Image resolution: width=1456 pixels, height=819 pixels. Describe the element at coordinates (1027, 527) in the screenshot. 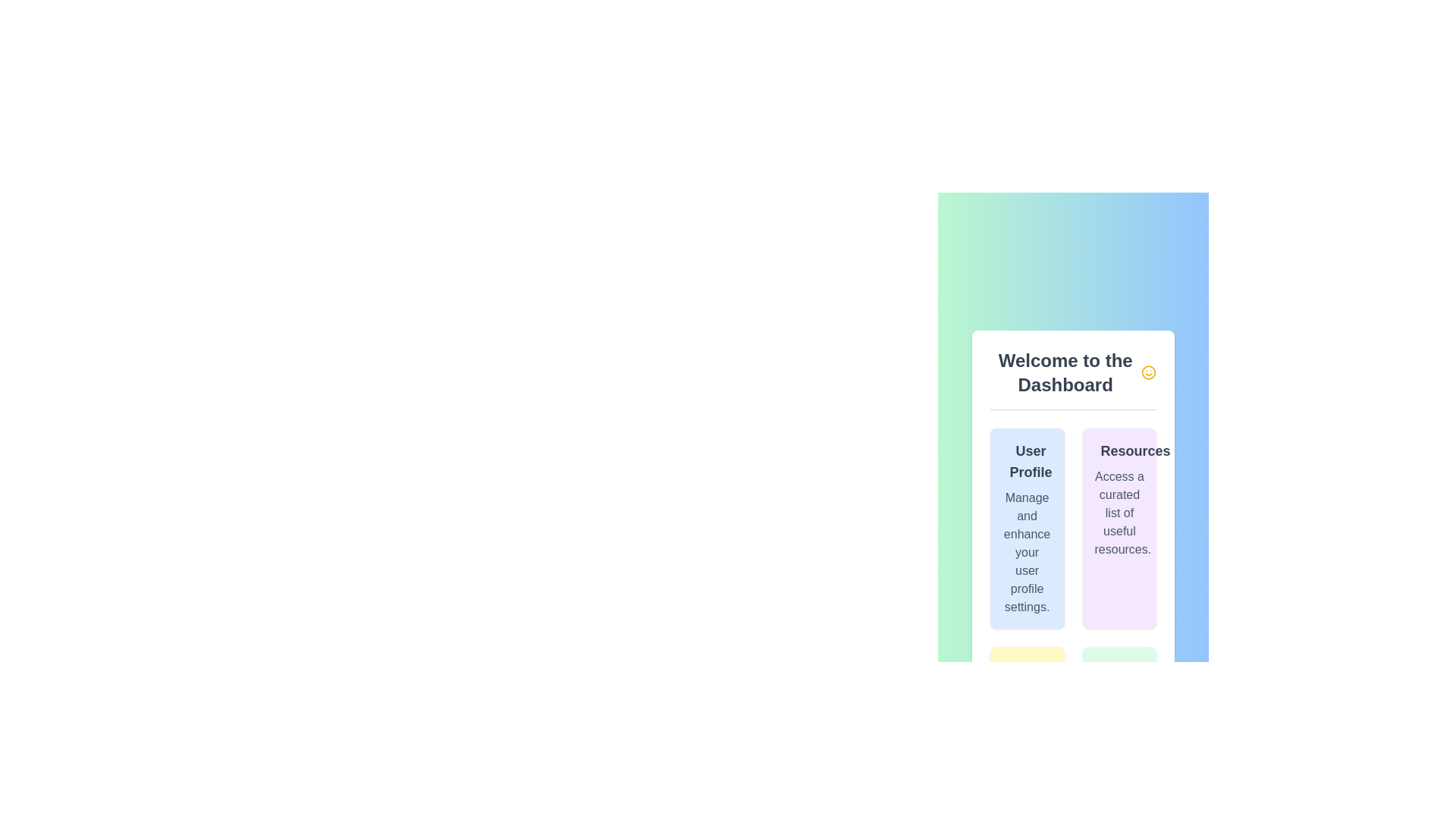

I see `descriptive text 'Manage and enhance your user profile settings.' from the informational card titled 'User Profile' with a light blue background located at the top-left corner of the grid` at that location.